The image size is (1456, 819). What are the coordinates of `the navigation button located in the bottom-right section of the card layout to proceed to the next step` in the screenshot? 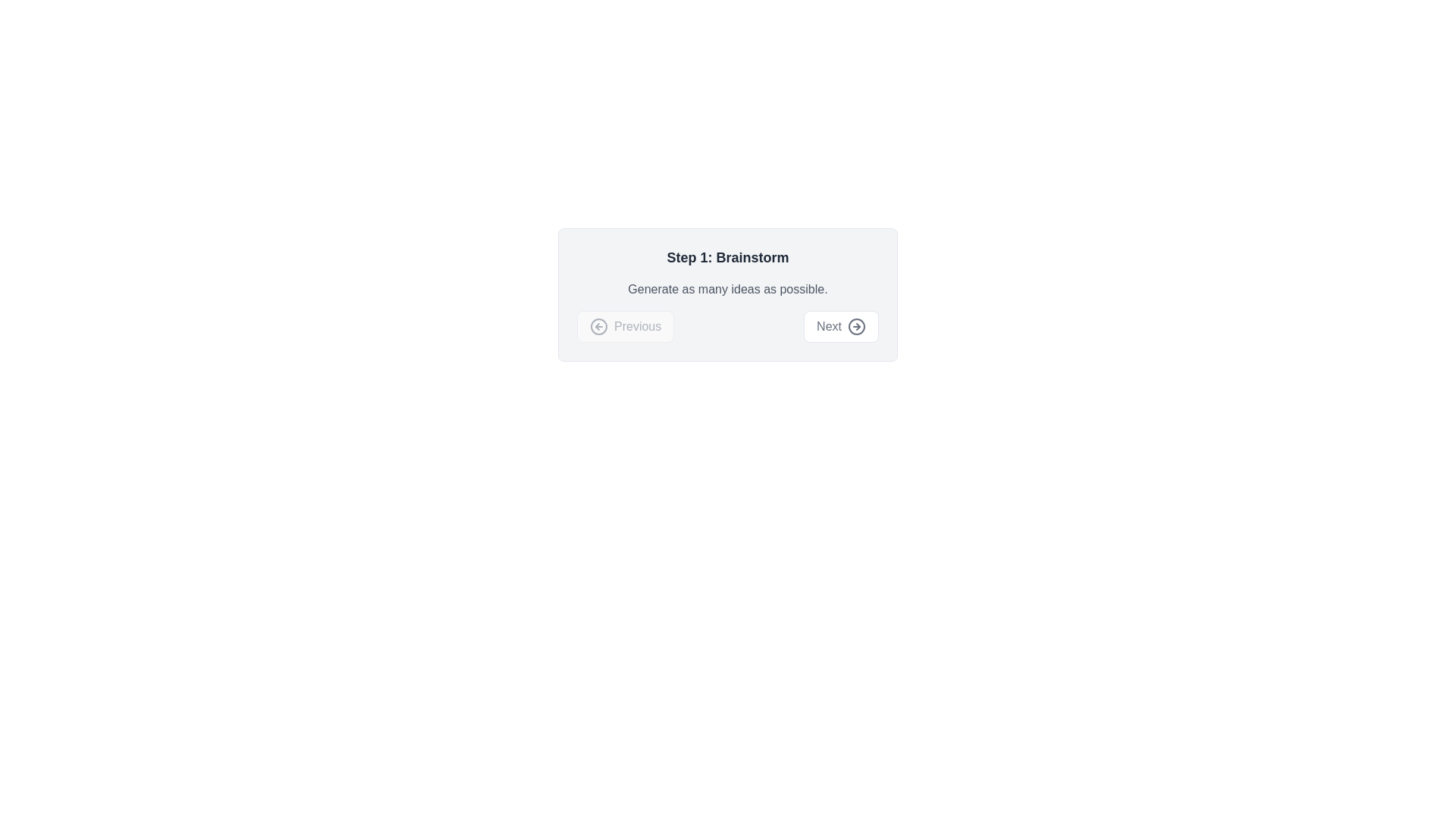 It's located at (840, 326).